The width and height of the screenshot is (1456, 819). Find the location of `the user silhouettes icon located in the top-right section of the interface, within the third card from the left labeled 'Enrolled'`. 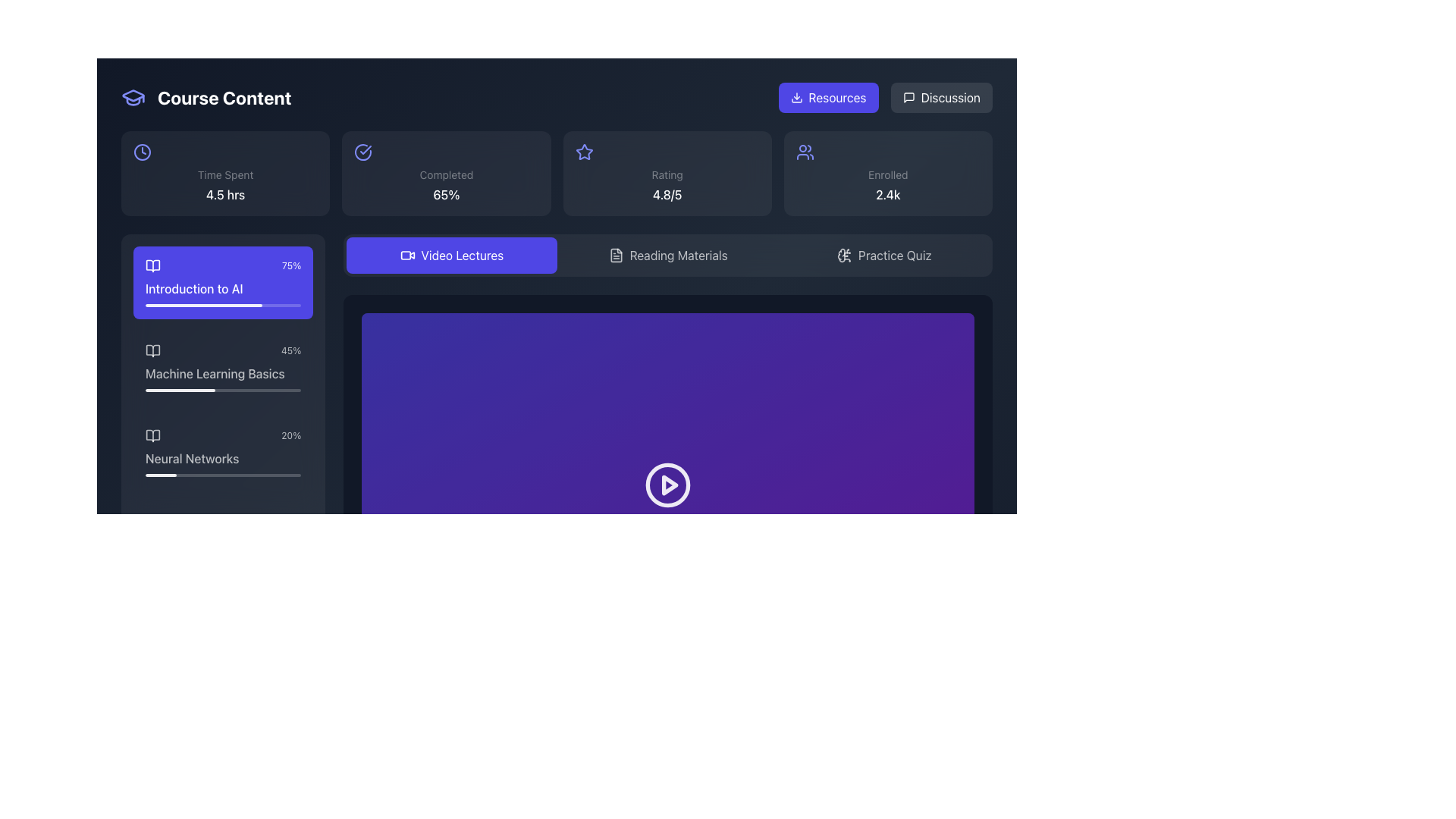

the user silhouettes icon located in the top-right section of the interface, within the third card from the left labeled 'Enrolled' is located at coordinates (804, 152).